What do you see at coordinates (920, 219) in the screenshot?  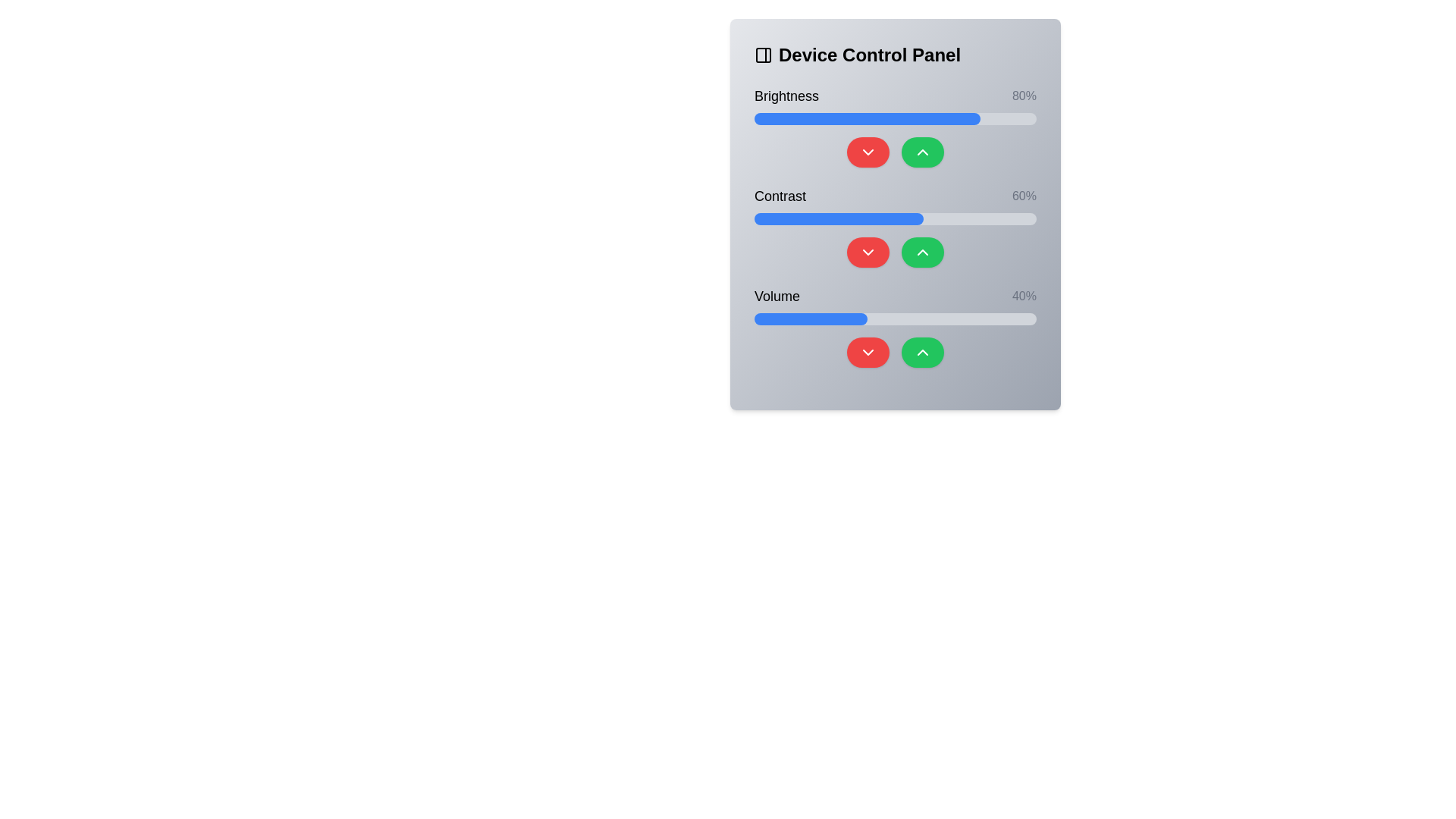 I see `the contrast` at bounding box center [920, 219].